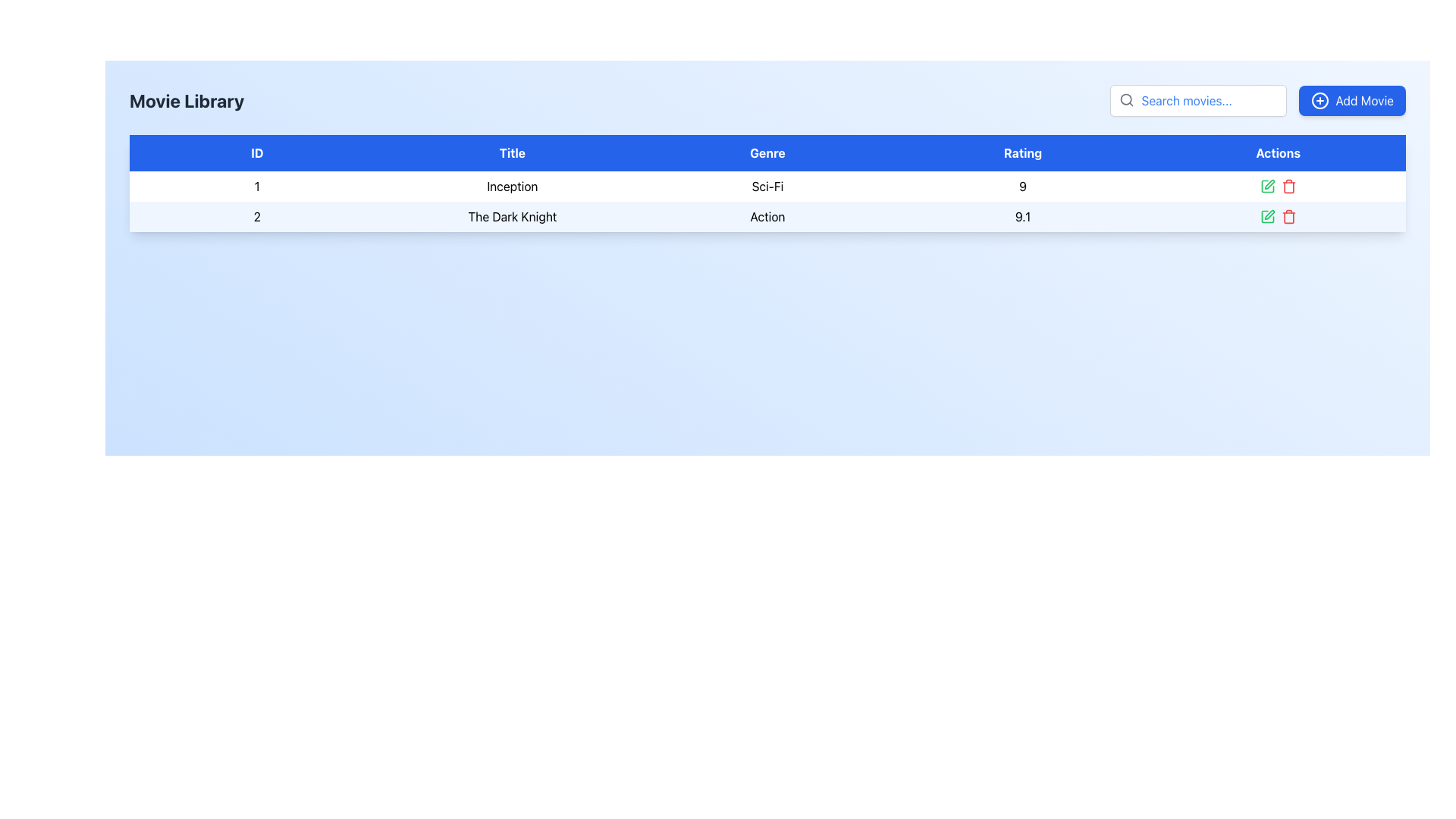 The height and width of the screenshot is (819, 1456). Describe the element at coordinates (257, 186) in the screenshot. I see `the text label containing the number '1' located in the first column of the table under the 'ID' header` at that location.